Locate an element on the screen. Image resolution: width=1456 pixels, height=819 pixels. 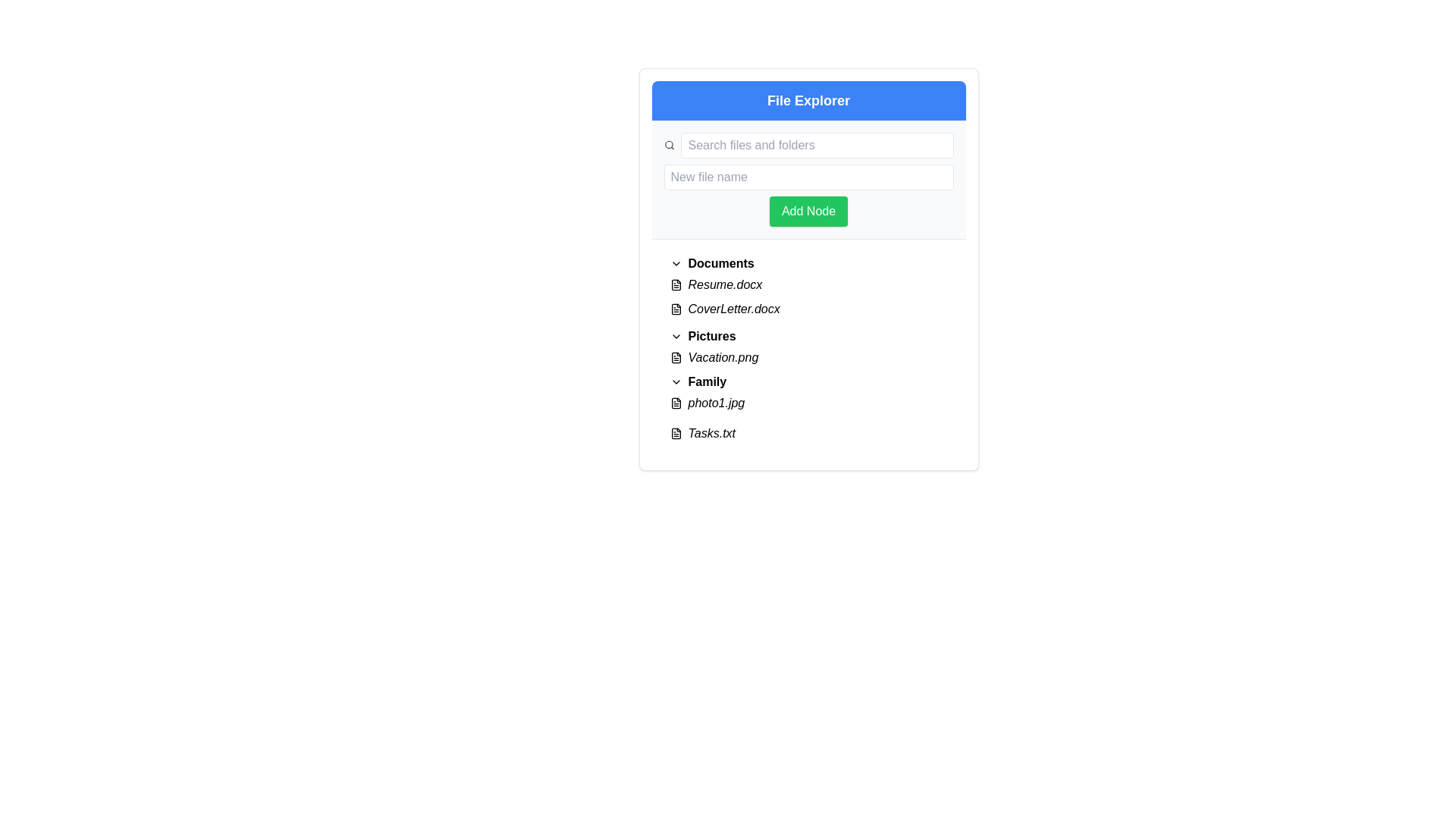
the file icon representing a text document is located at coordinates (675, 403).